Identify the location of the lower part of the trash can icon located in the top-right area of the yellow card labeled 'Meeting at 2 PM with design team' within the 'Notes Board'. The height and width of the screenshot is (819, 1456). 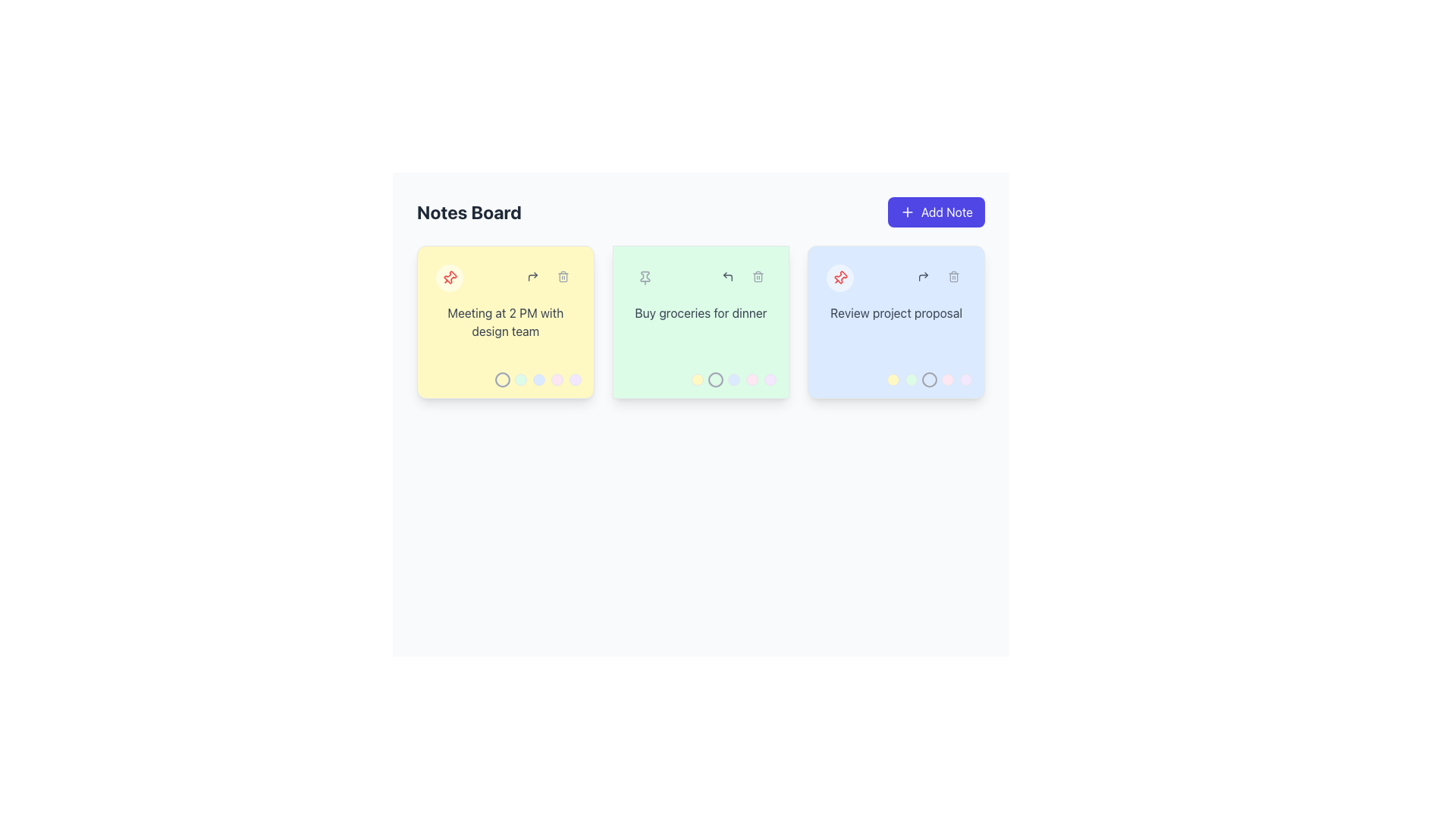
(562, 278).